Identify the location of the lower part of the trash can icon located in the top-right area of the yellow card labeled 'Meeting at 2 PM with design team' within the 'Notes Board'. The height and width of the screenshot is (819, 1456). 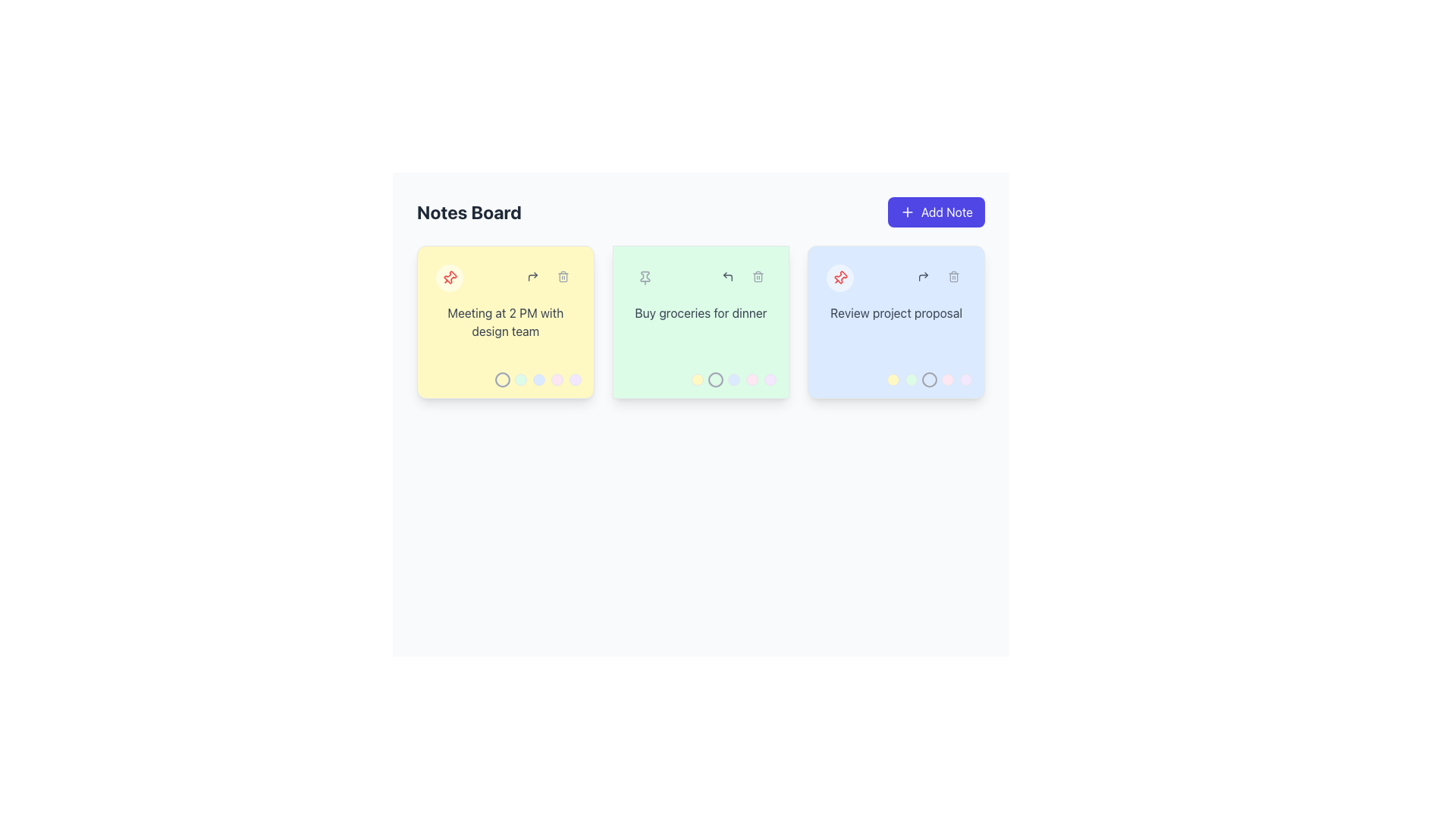
(562, 278).